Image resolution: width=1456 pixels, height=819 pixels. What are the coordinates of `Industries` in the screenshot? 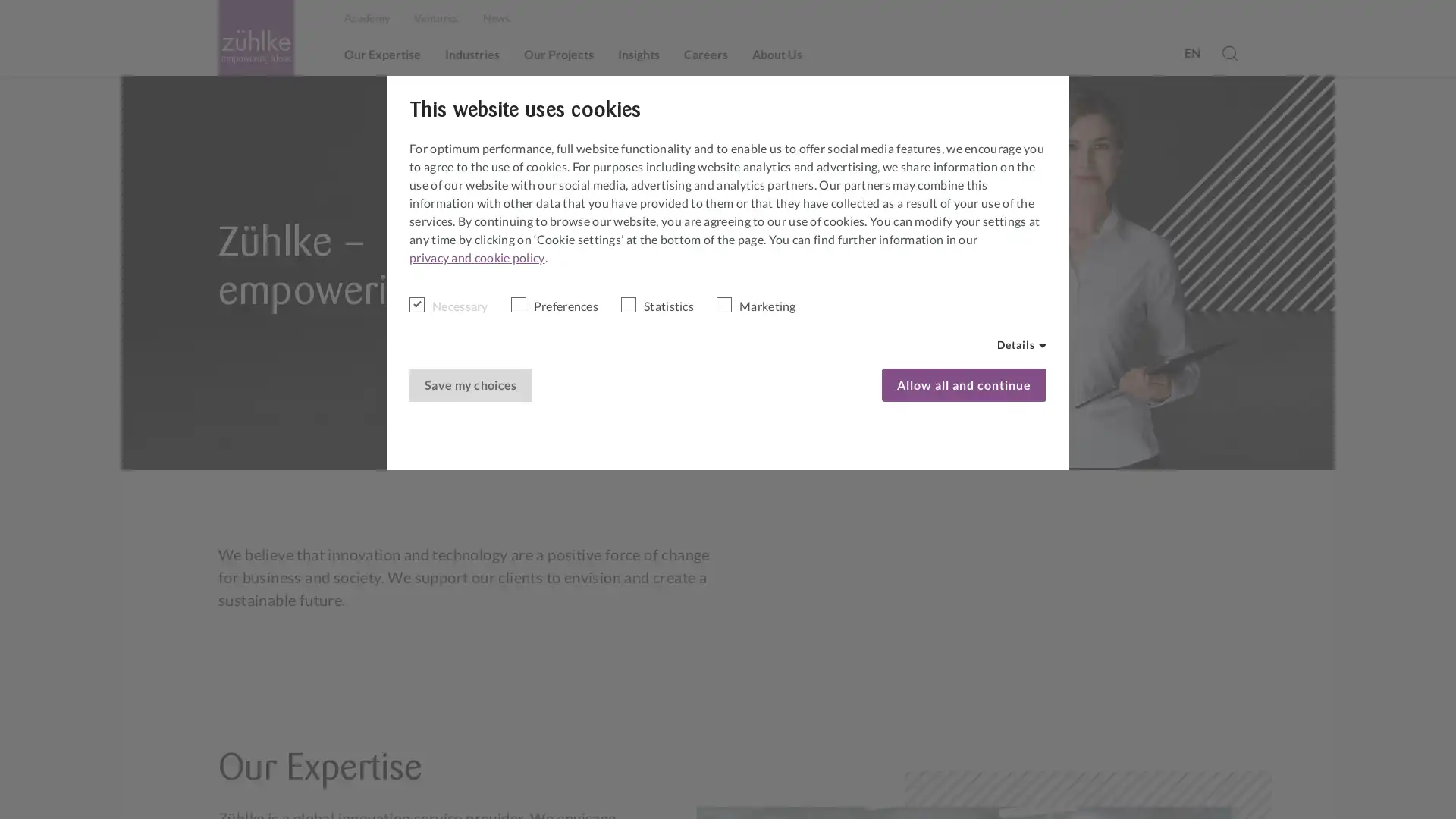 It's located at (472, 54).